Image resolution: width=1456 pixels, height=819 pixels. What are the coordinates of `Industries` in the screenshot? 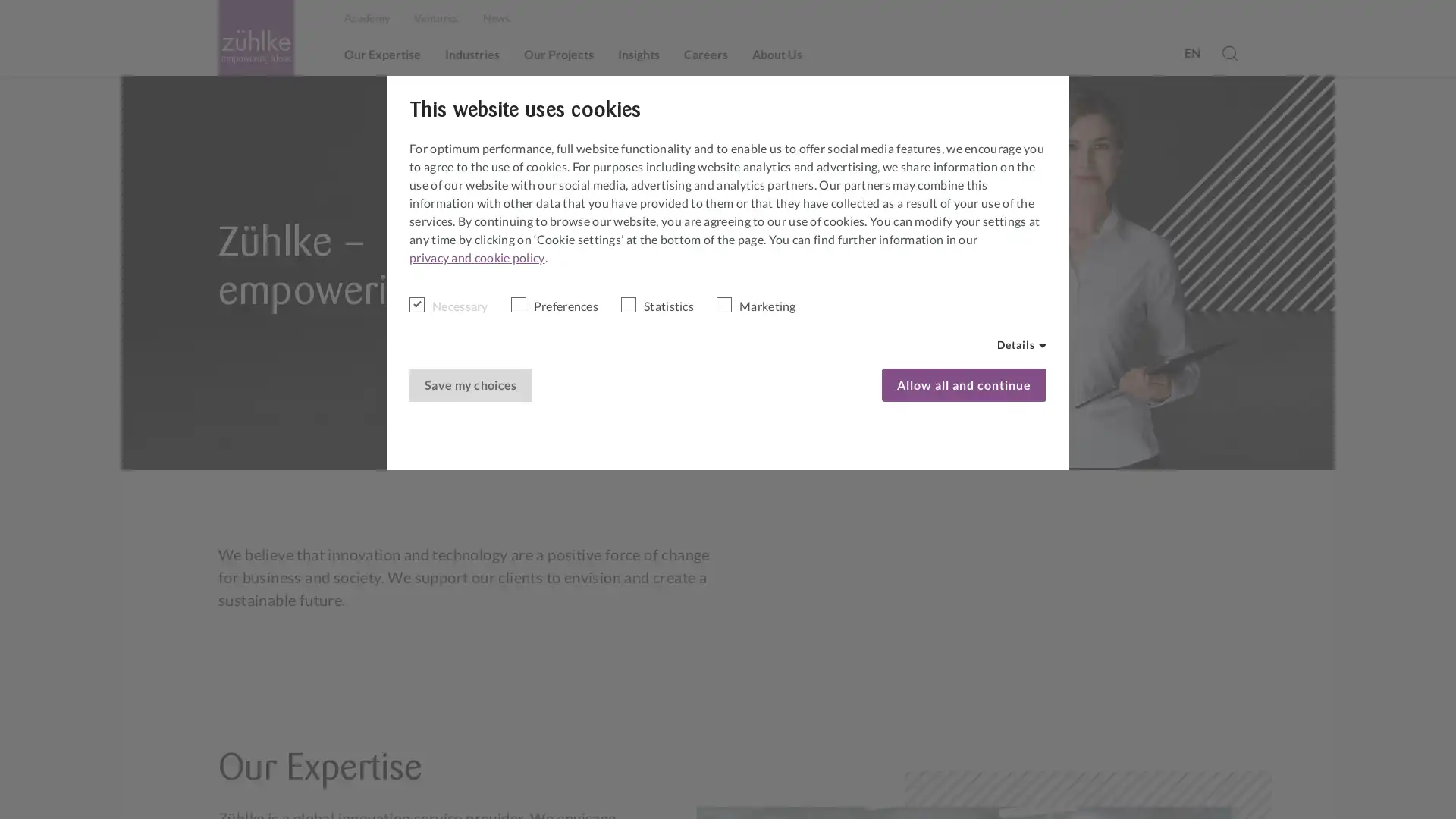 It's located at (472, 54).